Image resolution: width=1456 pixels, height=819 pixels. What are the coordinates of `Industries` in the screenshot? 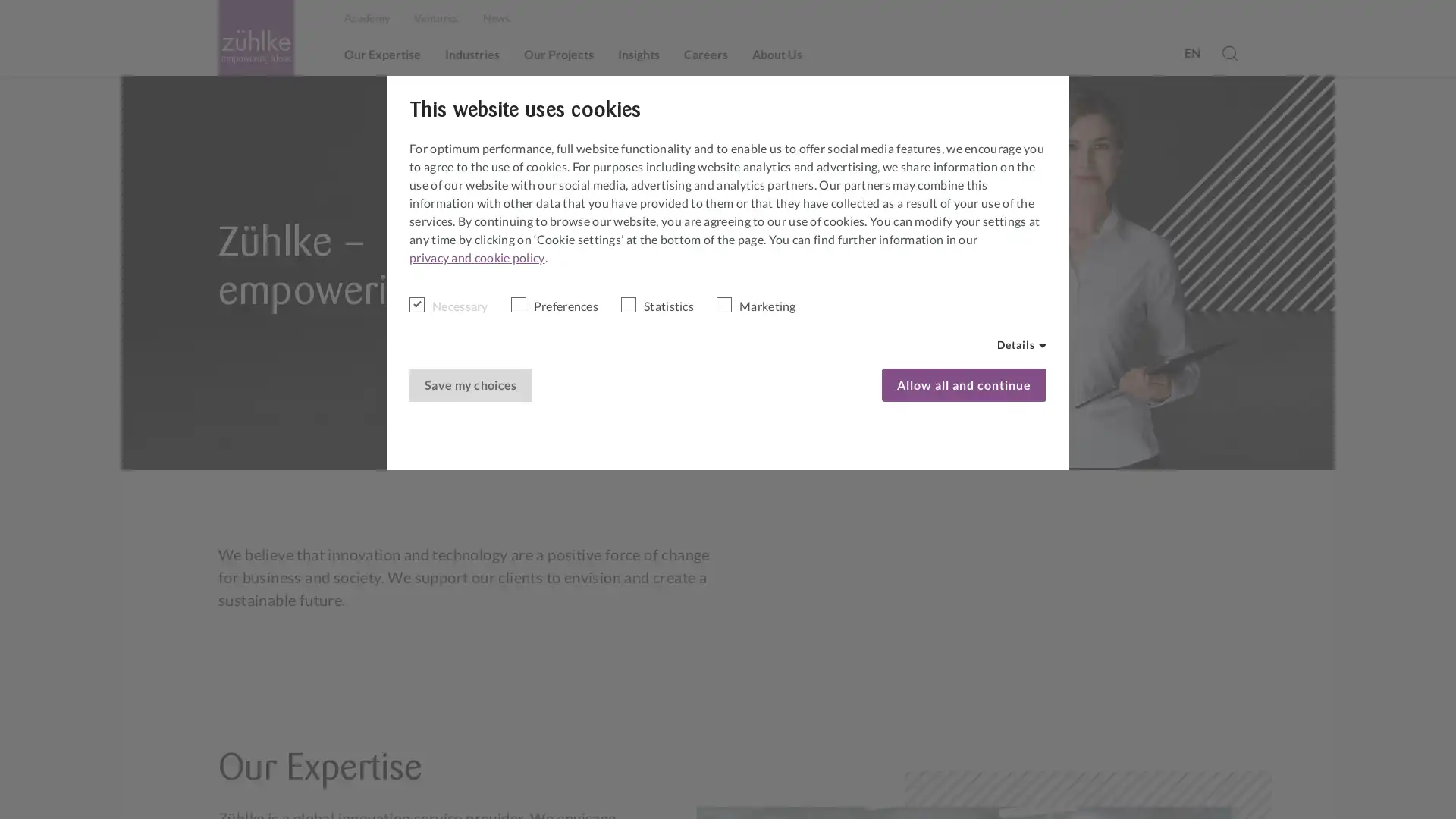 It's located at (472, 54).